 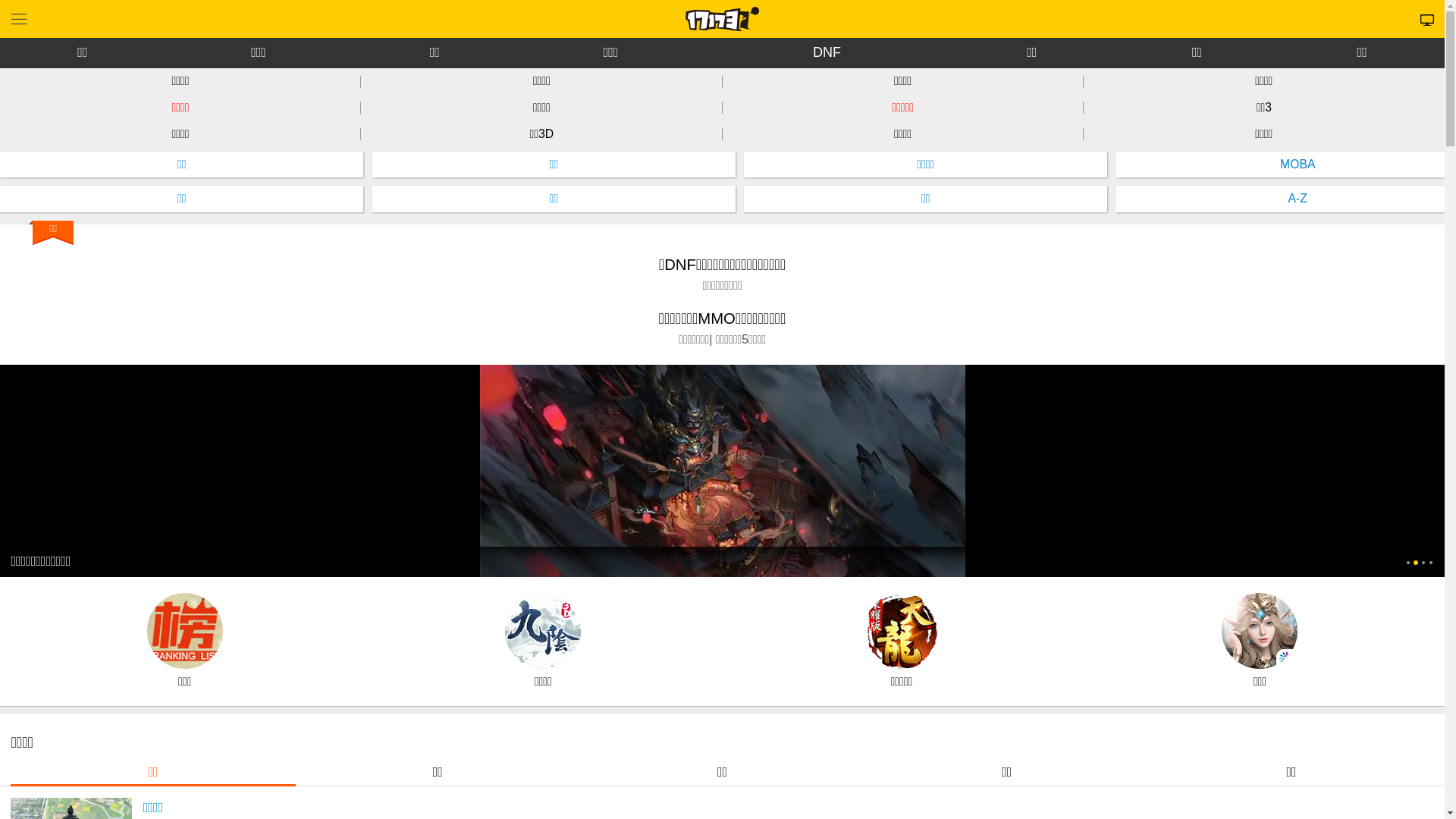 I want to click on 'DNF', so click(x=826, y=52).